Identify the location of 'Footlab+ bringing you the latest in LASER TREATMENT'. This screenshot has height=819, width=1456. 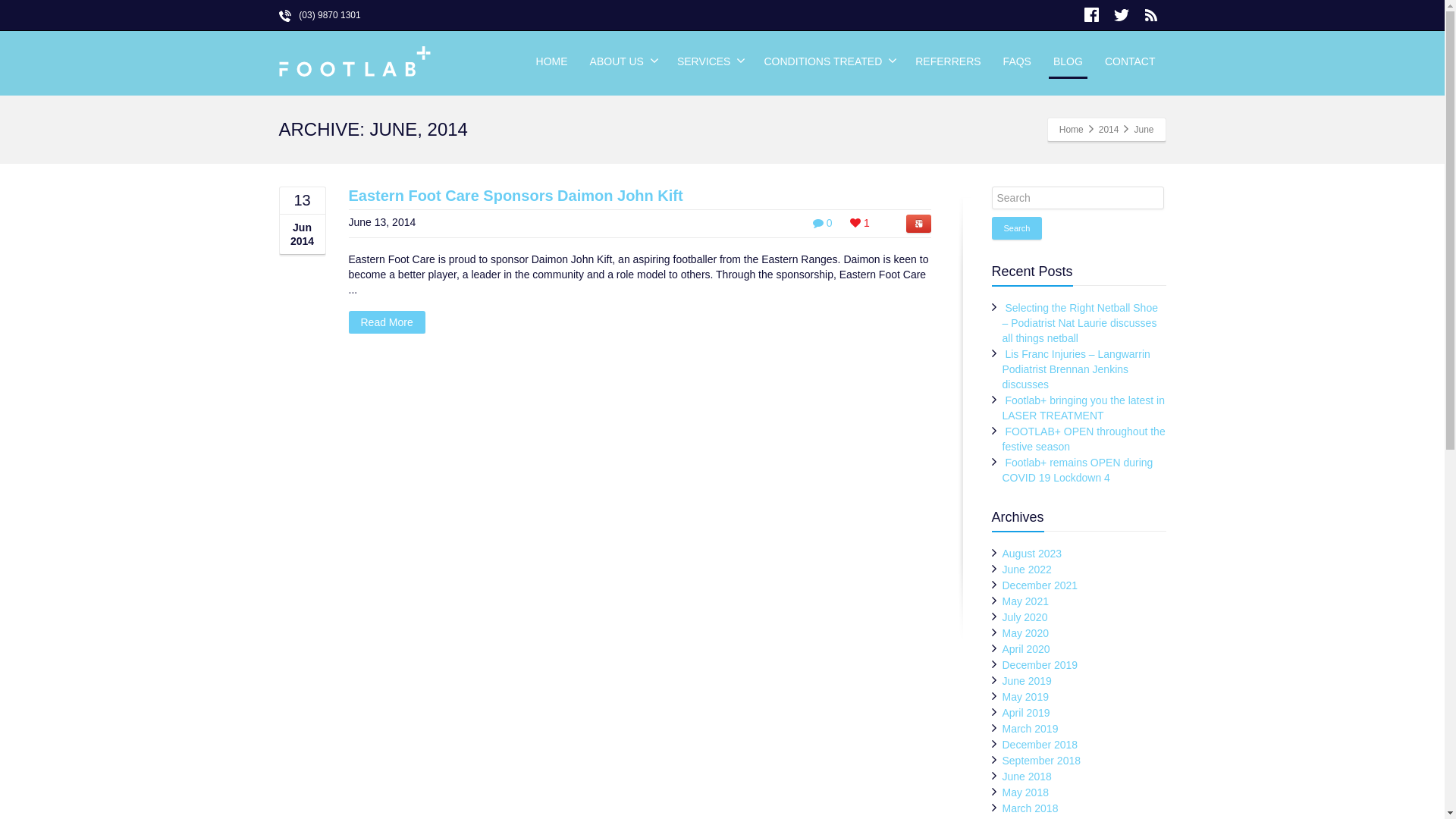
(1083, 406).